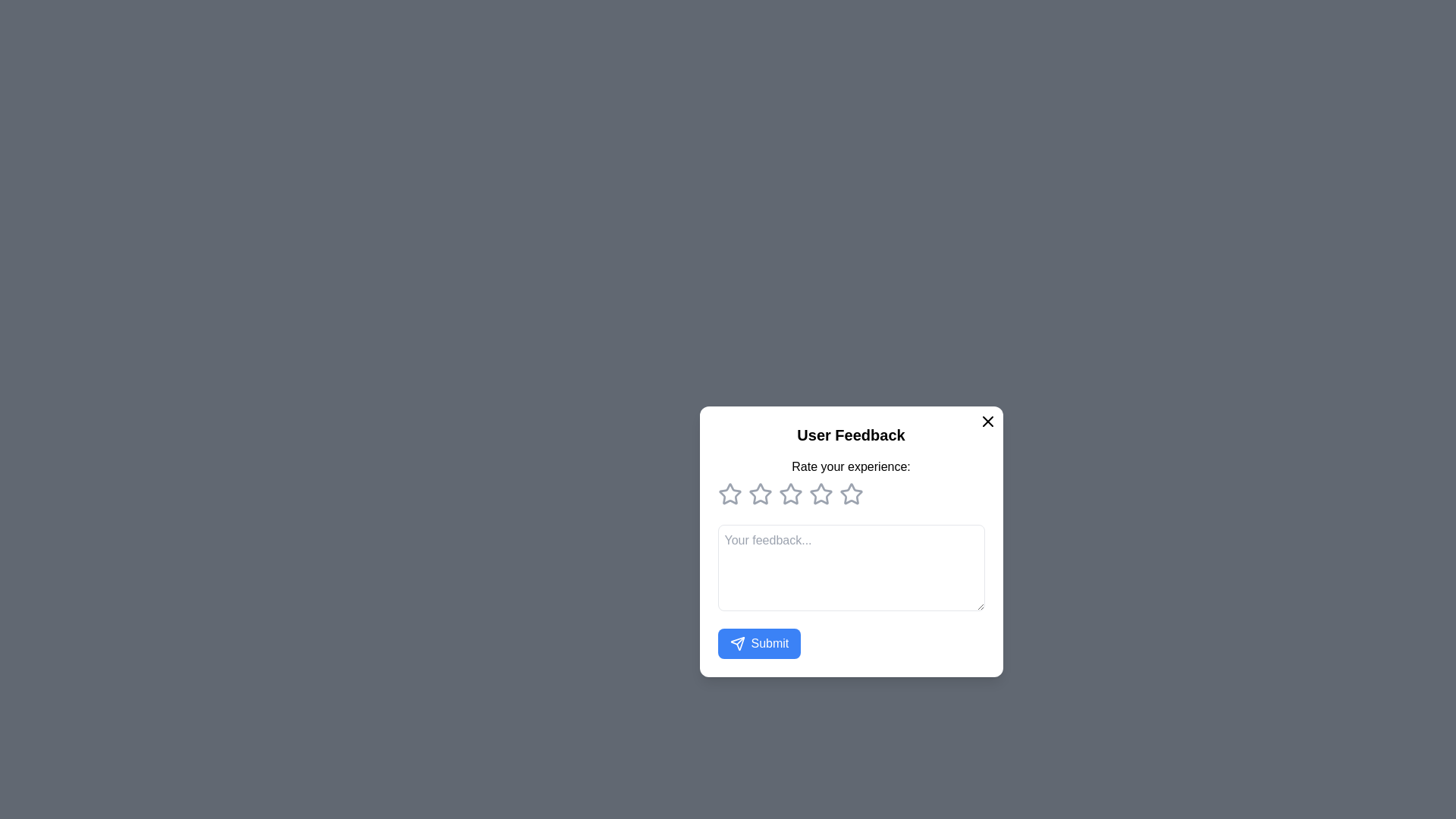  What do you see at coordinates (759, 643) in the screenshot?
I see `the 'Submit' button with a blue background and white text, located at the bottom-right corner of the 'User Feedback' popup` at bounding box center [759, 643].